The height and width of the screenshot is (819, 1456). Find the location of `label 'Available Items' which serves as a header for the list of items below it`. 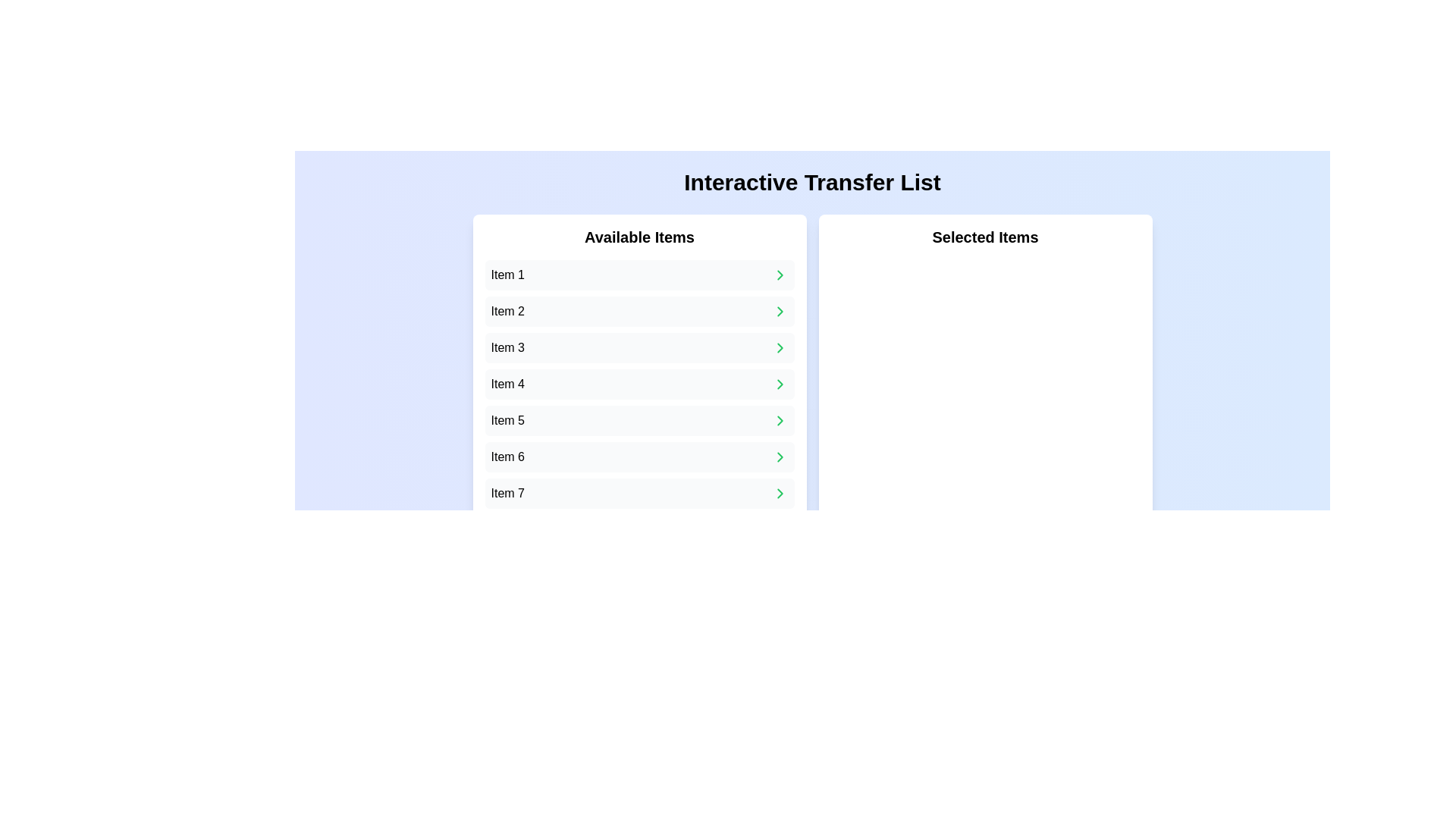

label 'Available Items' which serves as a header for the list of items below it is located at coordinates (639, 237).